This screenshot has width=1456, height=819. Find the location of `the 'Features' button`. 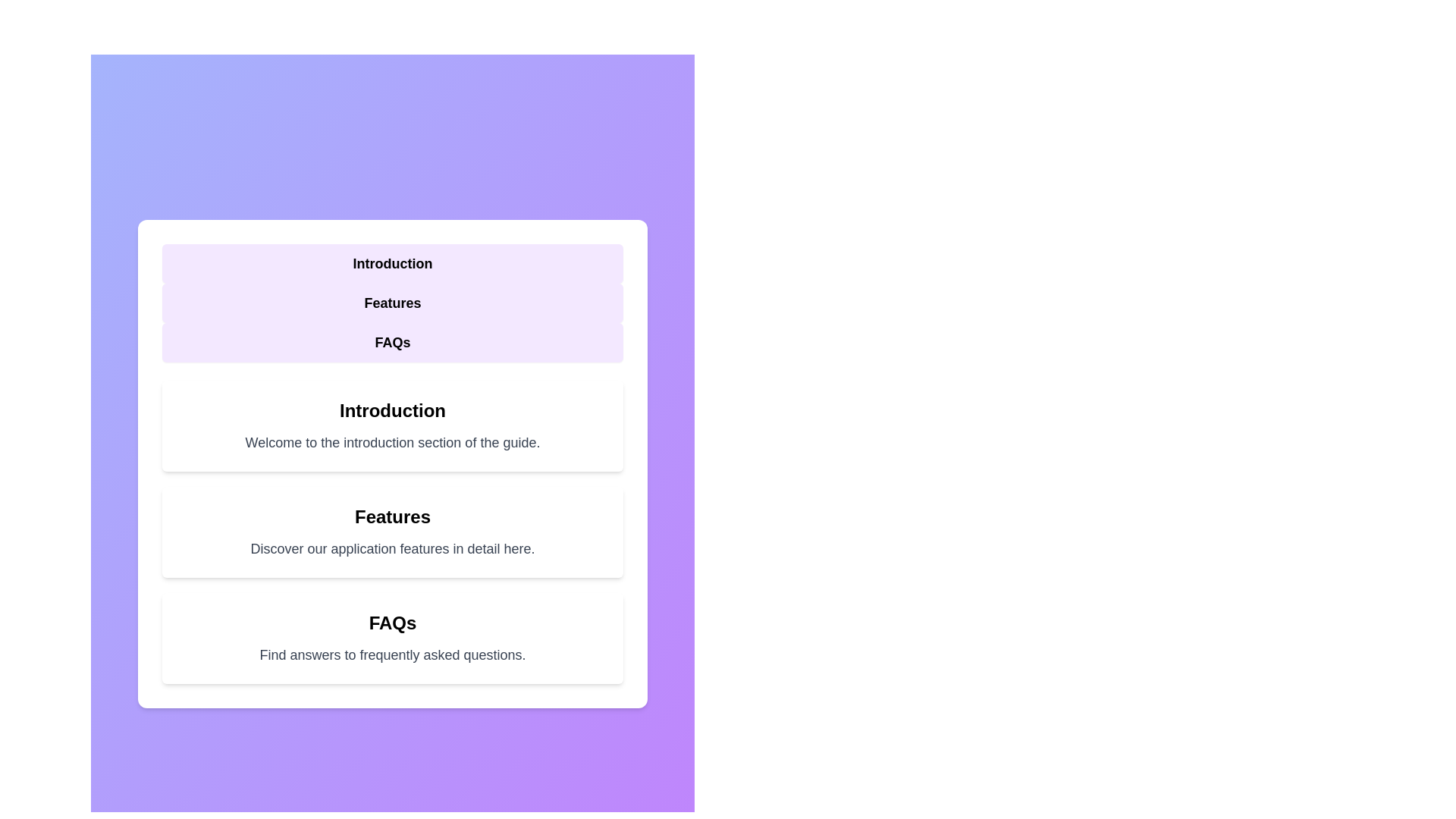

the 'Features' button is located at coordinates (393, 303).